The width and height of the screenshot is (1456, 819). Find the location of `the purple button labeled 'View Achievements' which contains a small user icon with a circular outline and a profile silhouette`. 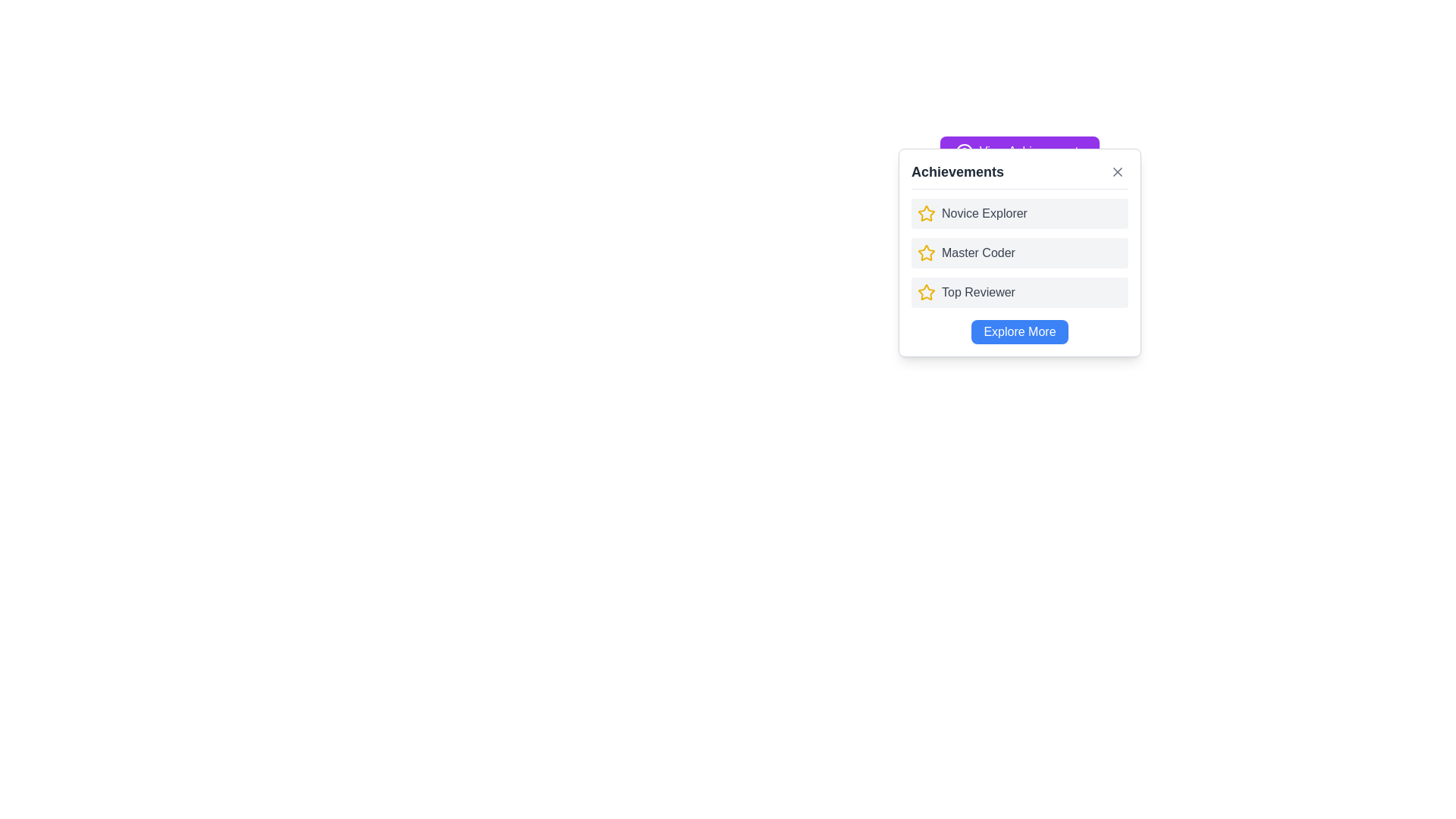

the purple button labeled 'View Achievements' which contains a small user icon with a circular outline and a profile silhouette is located at coordinates (963, 152).